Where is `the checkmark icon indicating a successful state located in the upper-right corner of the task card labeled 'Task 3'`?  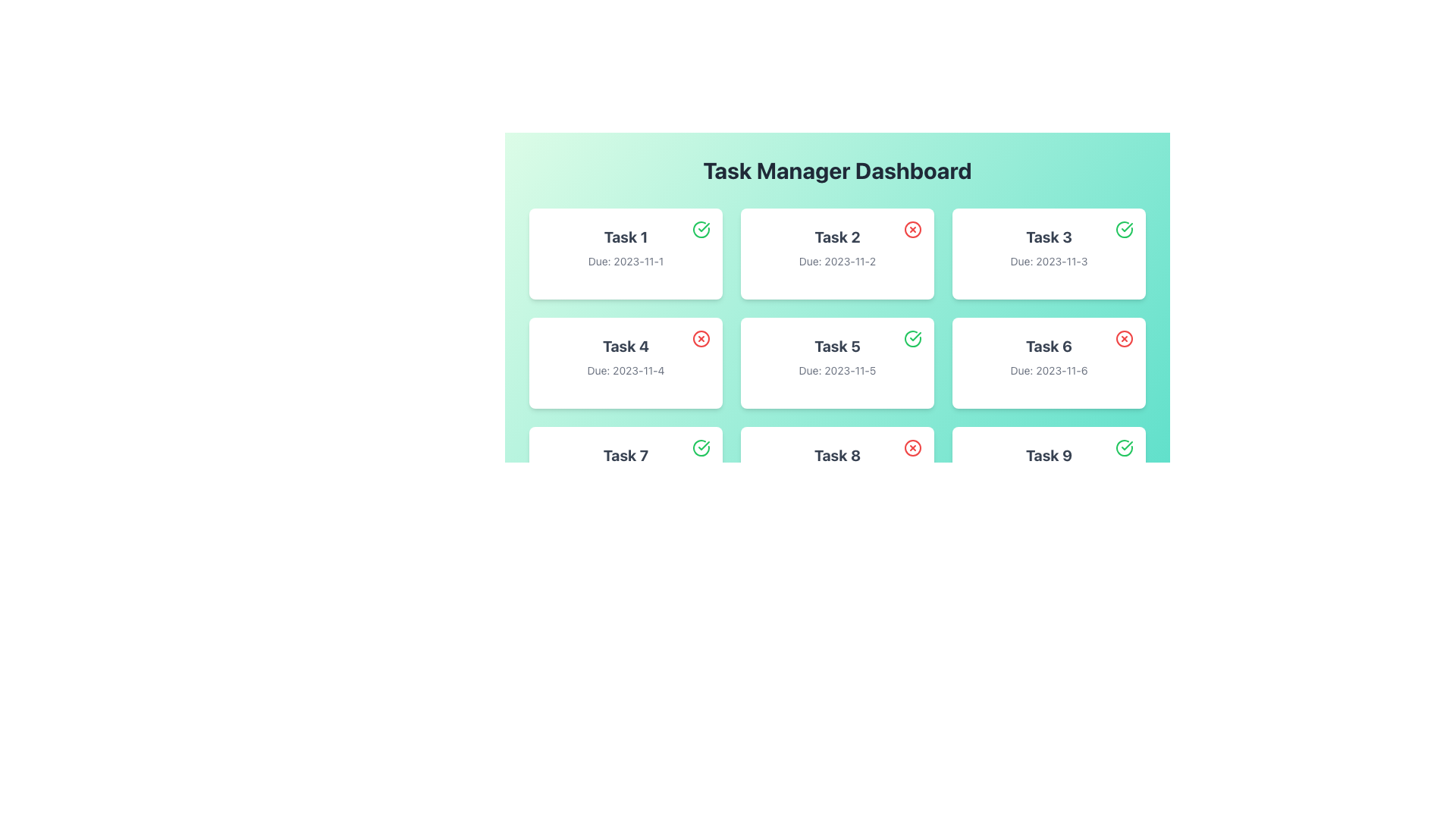
the checkmark icon indicating a successful state located in the upper-right corner of the task card labeled 'Task 3' is located at coordinates (1125, 230).